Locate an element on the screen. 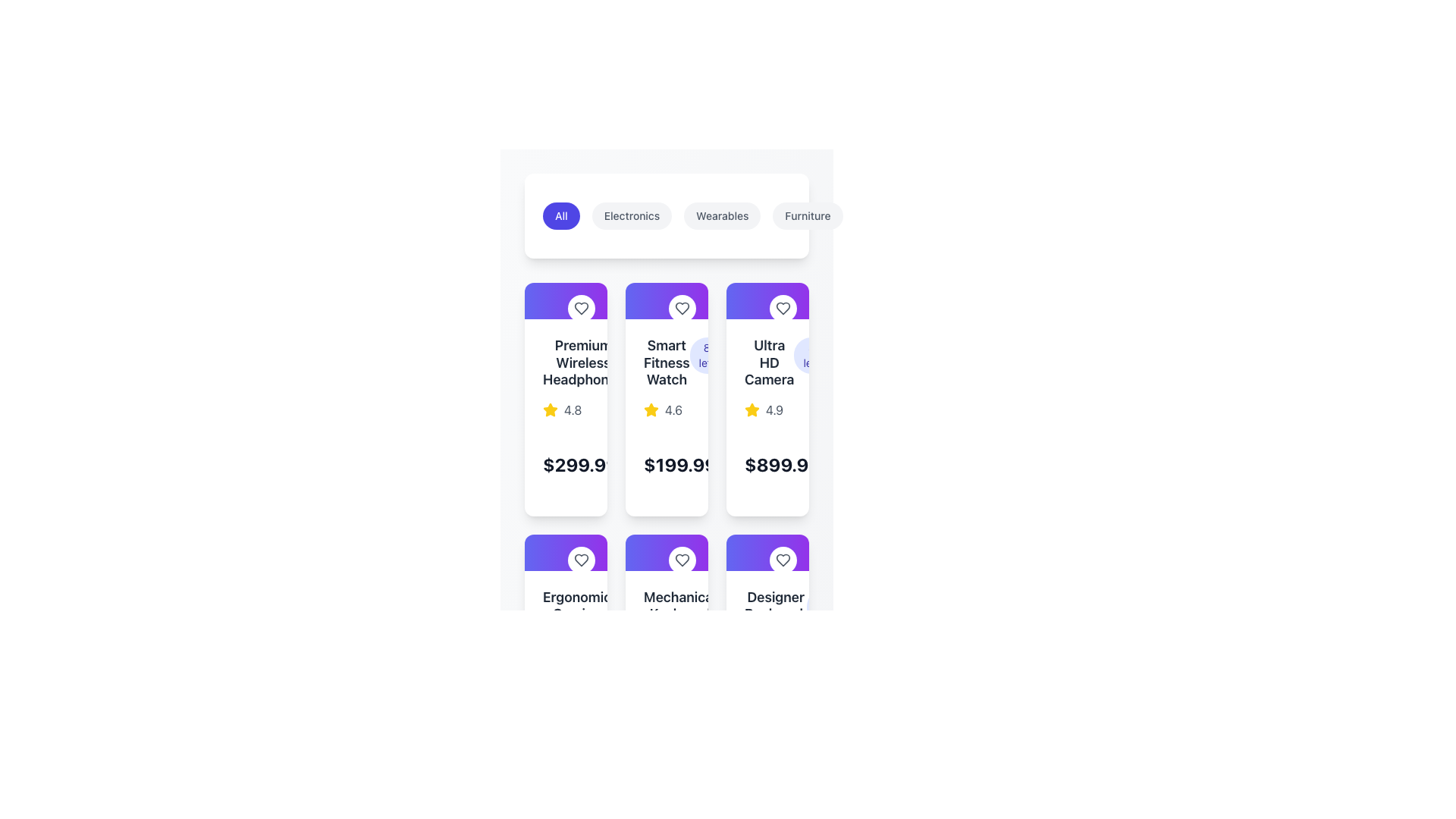 The width and height of the screenshot is (1456, 819). the bold price label displayed below the star rating and product title 'Smart Fitness Watch', which is centered horizontally in the card structure is located at coordinates (667, 463).